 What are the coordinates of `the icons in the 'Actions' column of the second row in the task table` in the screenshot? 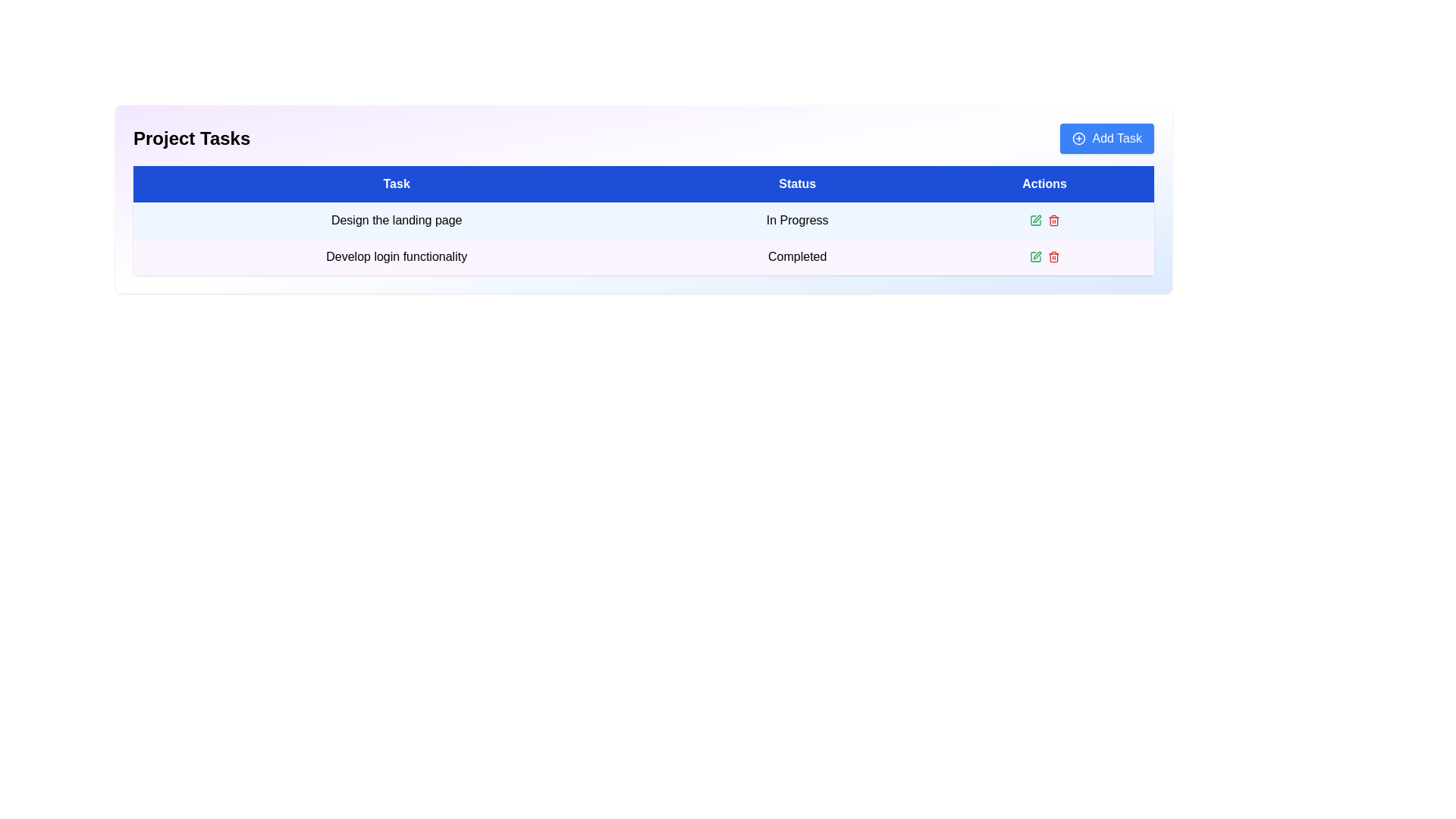 It's located at (1043, 256).